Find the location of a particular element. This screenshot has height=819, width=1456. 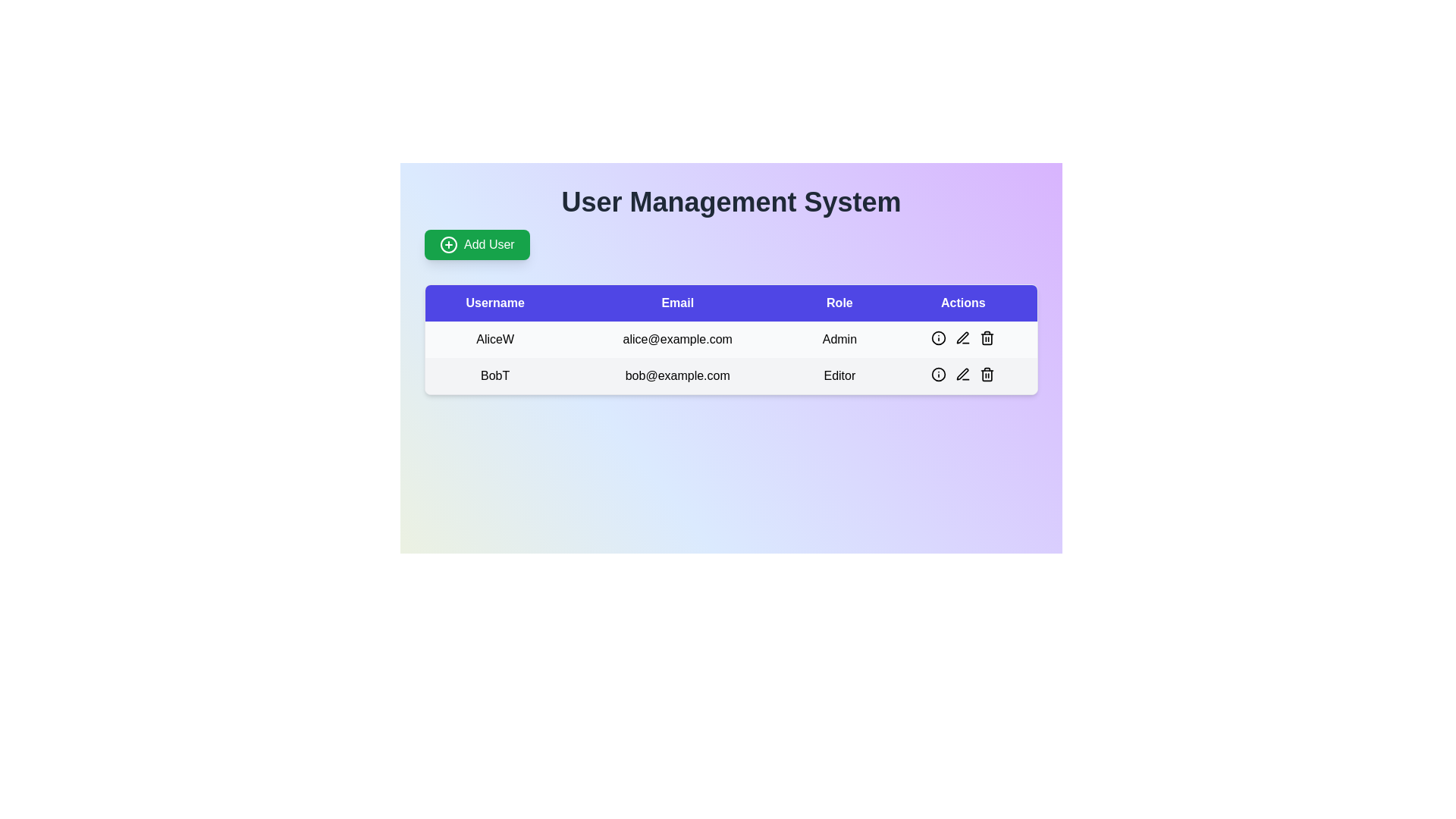

text content displayed in the email label for the user 'BobT', located in the second row of the table under the 'Email' column is located at coordinates (676, 375).